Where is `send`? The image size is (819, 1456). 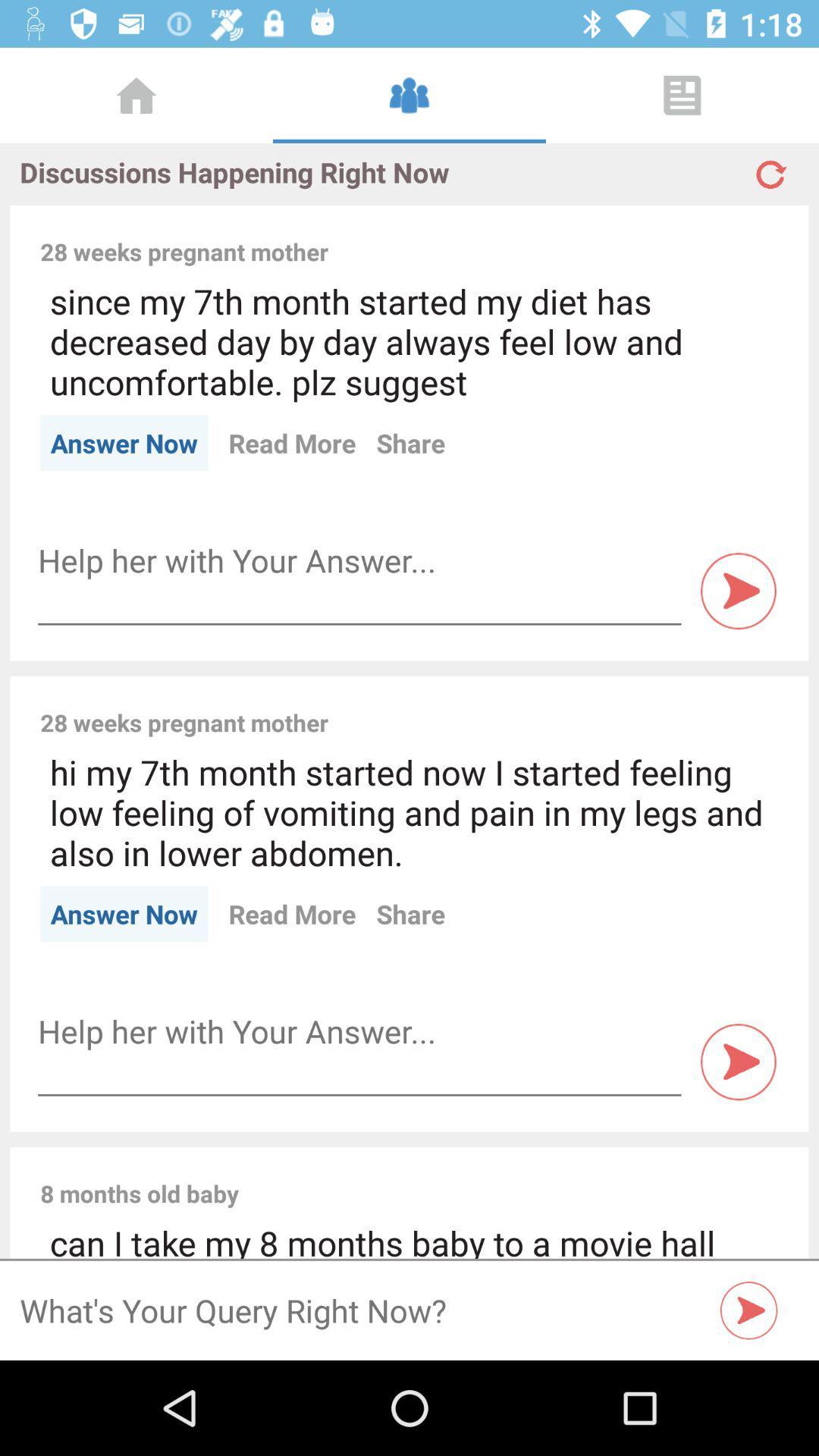
send is located at coordinates (738, 1061).